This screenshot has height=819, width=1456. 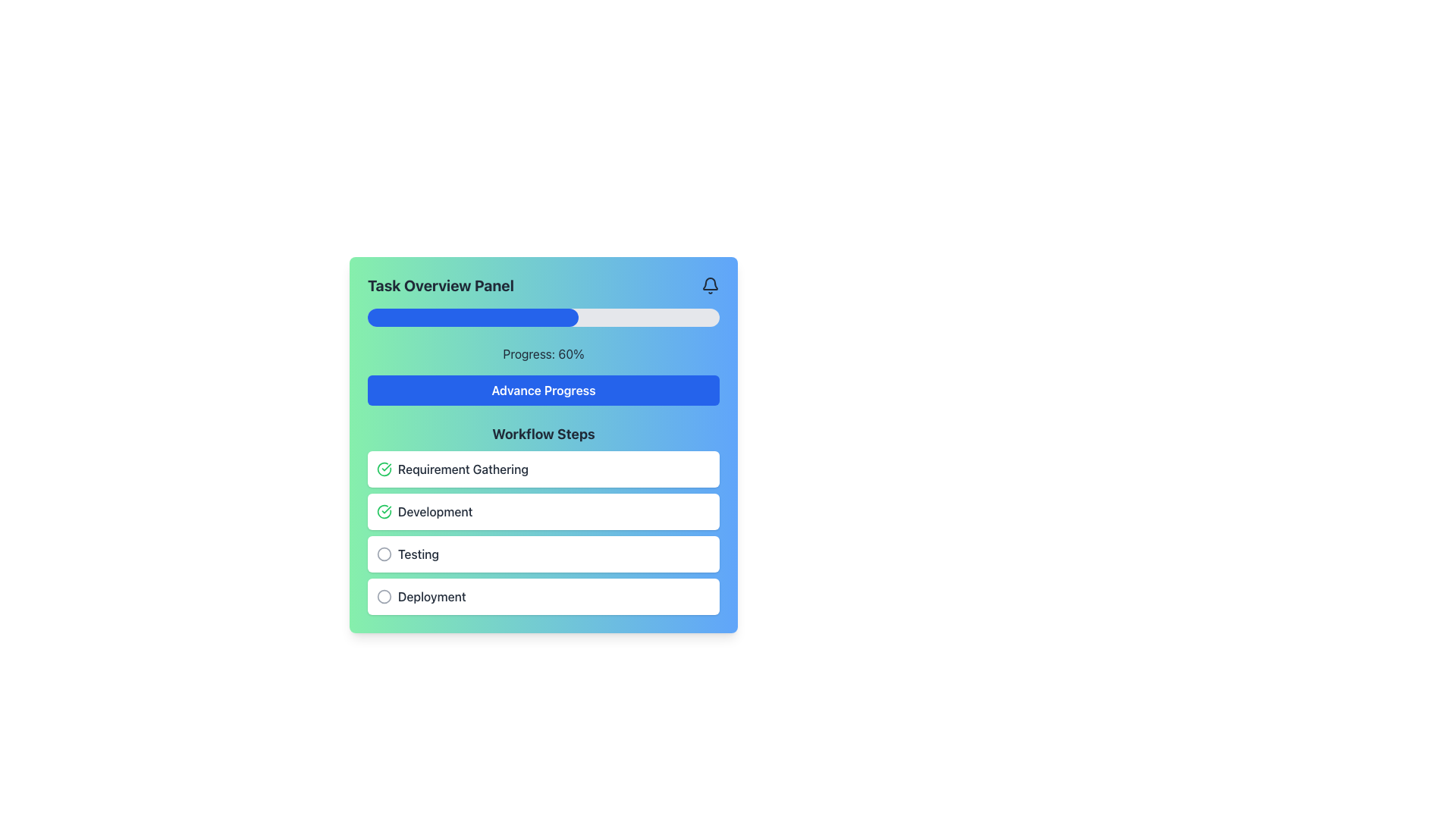 I want to click on the blue rectangular button labeled 'Advance Progress' located under the 'Progress: 60%' text to advance the task progress, so click(x=543, y=390).